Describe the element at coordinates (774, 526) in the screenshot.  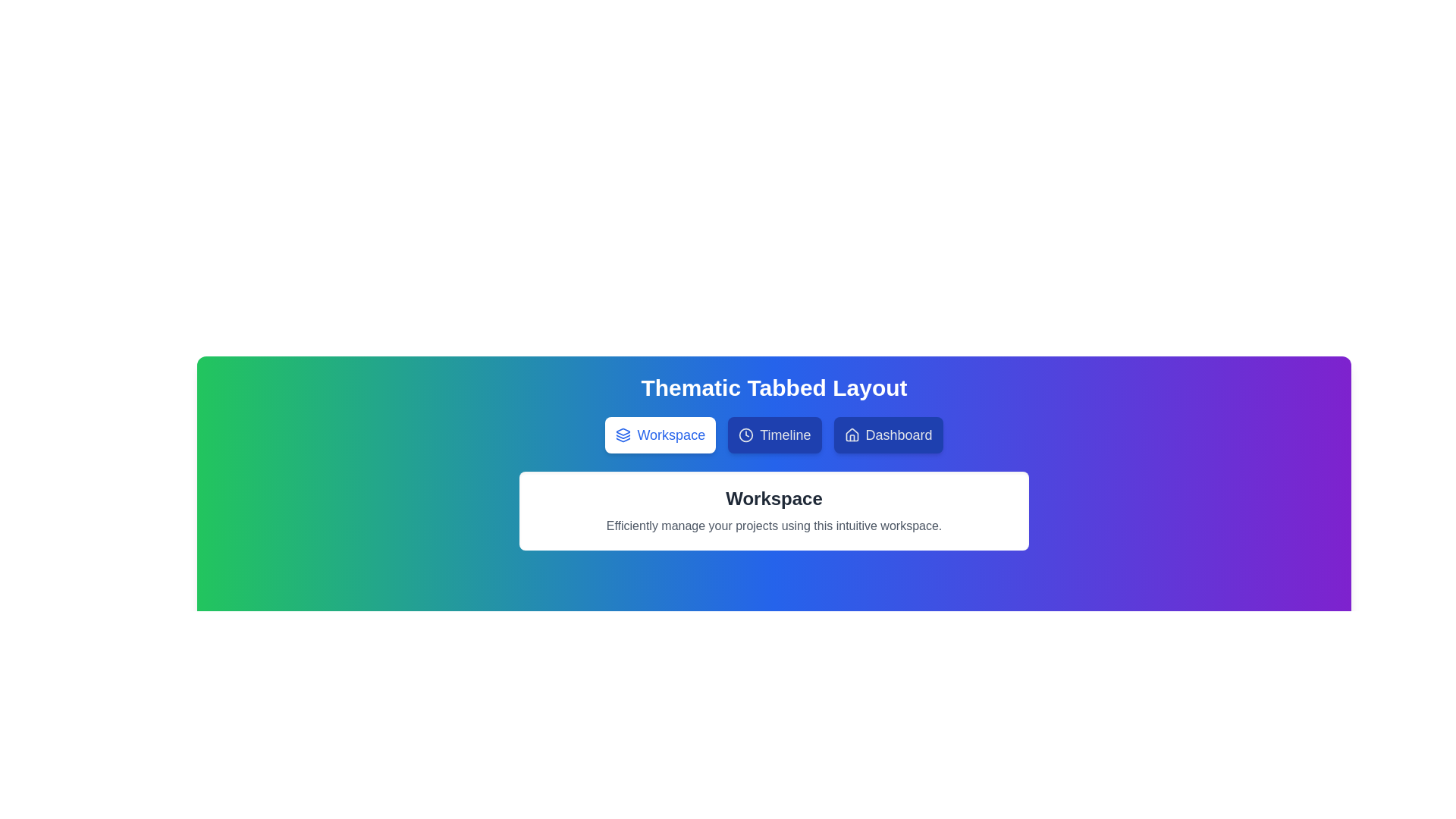
I see `static text element that provides a description of the functionality of the workspace, which reads: 'Efficiently manage your projects using this intuitive workspace.'` at that location.